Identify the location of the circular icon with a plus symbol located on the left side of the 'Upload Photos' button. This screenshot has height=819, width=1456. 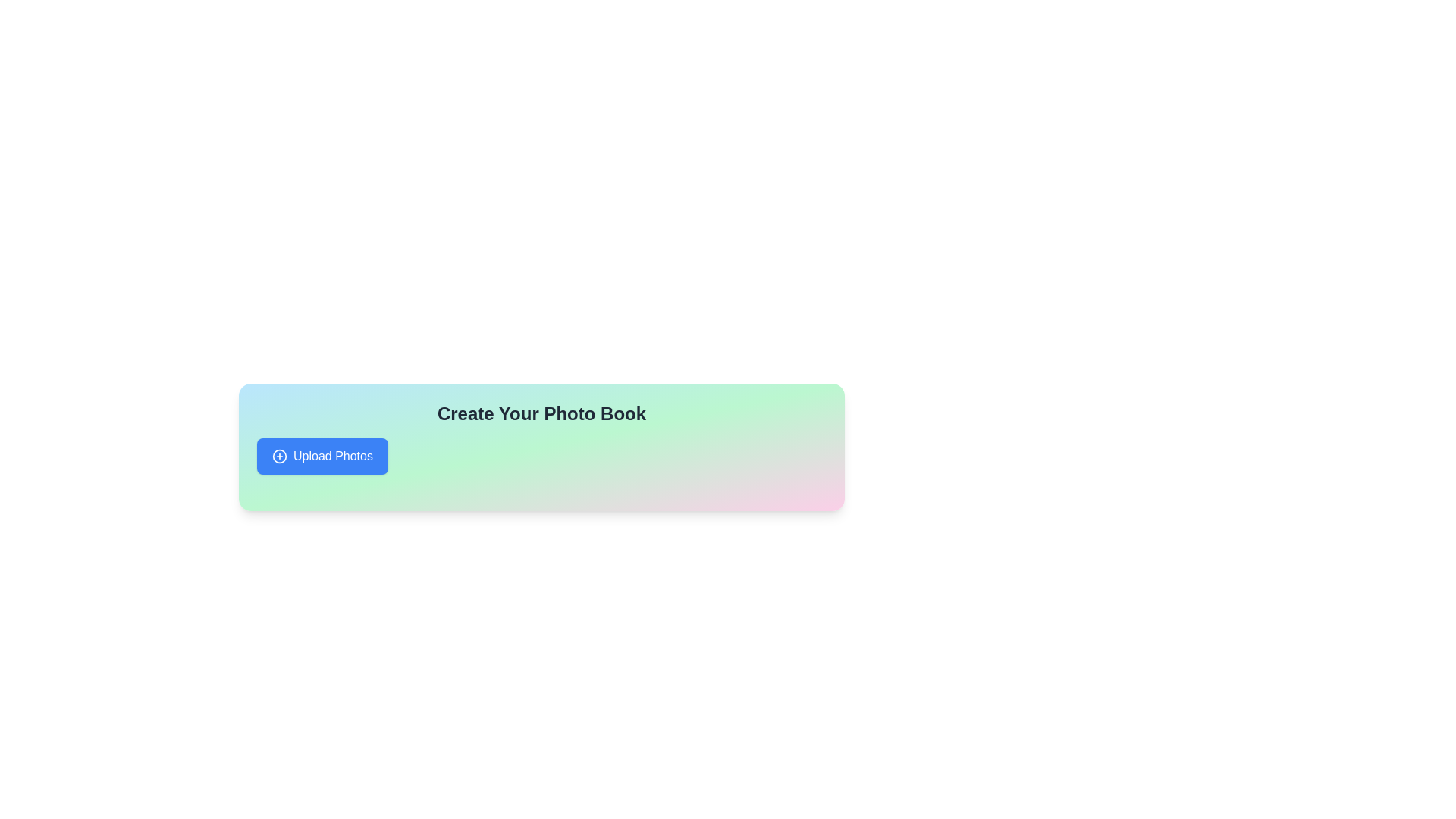
(280, 455).